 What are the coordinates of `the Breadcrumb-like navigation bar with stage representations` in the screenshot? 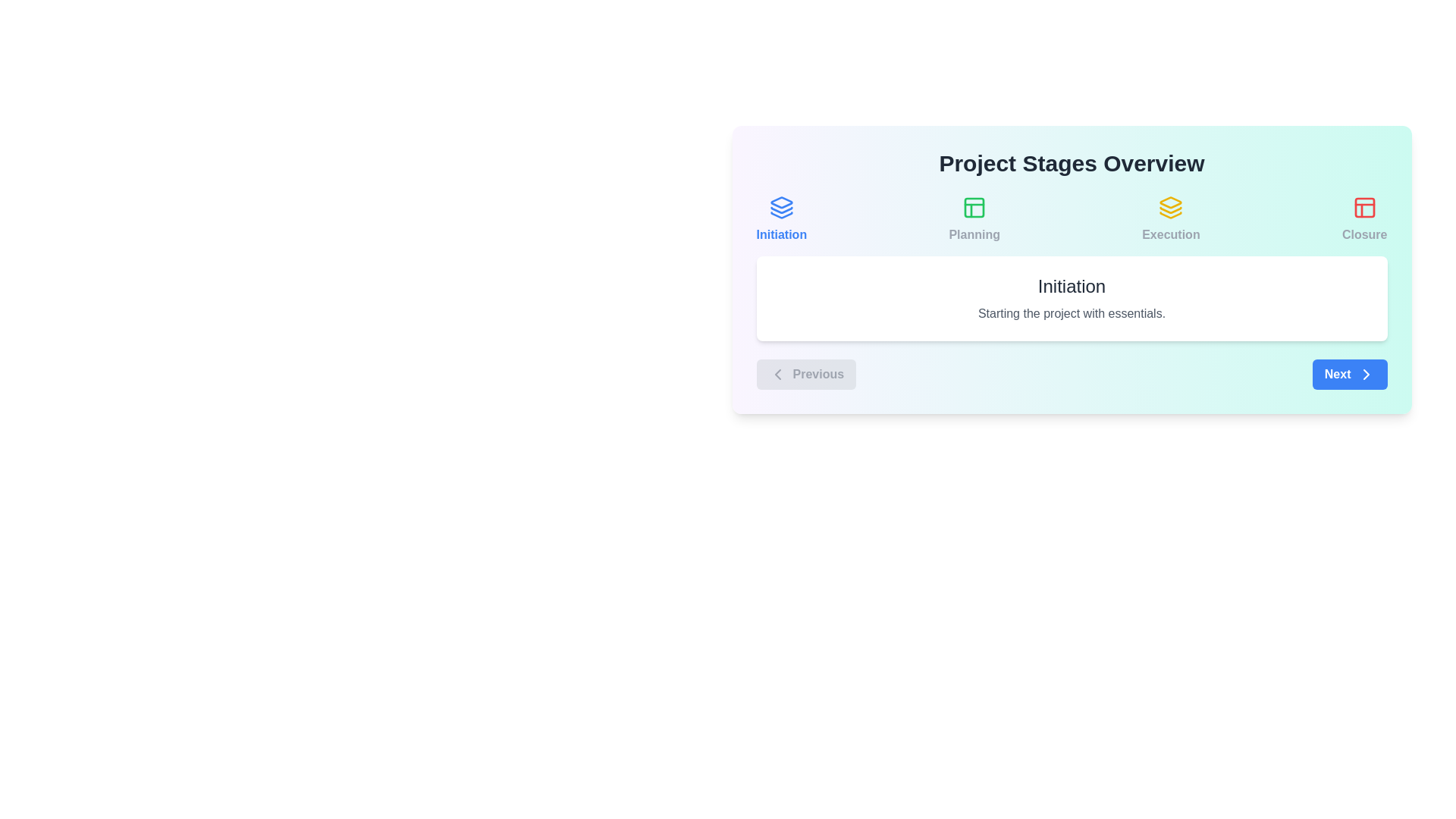 It's located at (1071, 219).